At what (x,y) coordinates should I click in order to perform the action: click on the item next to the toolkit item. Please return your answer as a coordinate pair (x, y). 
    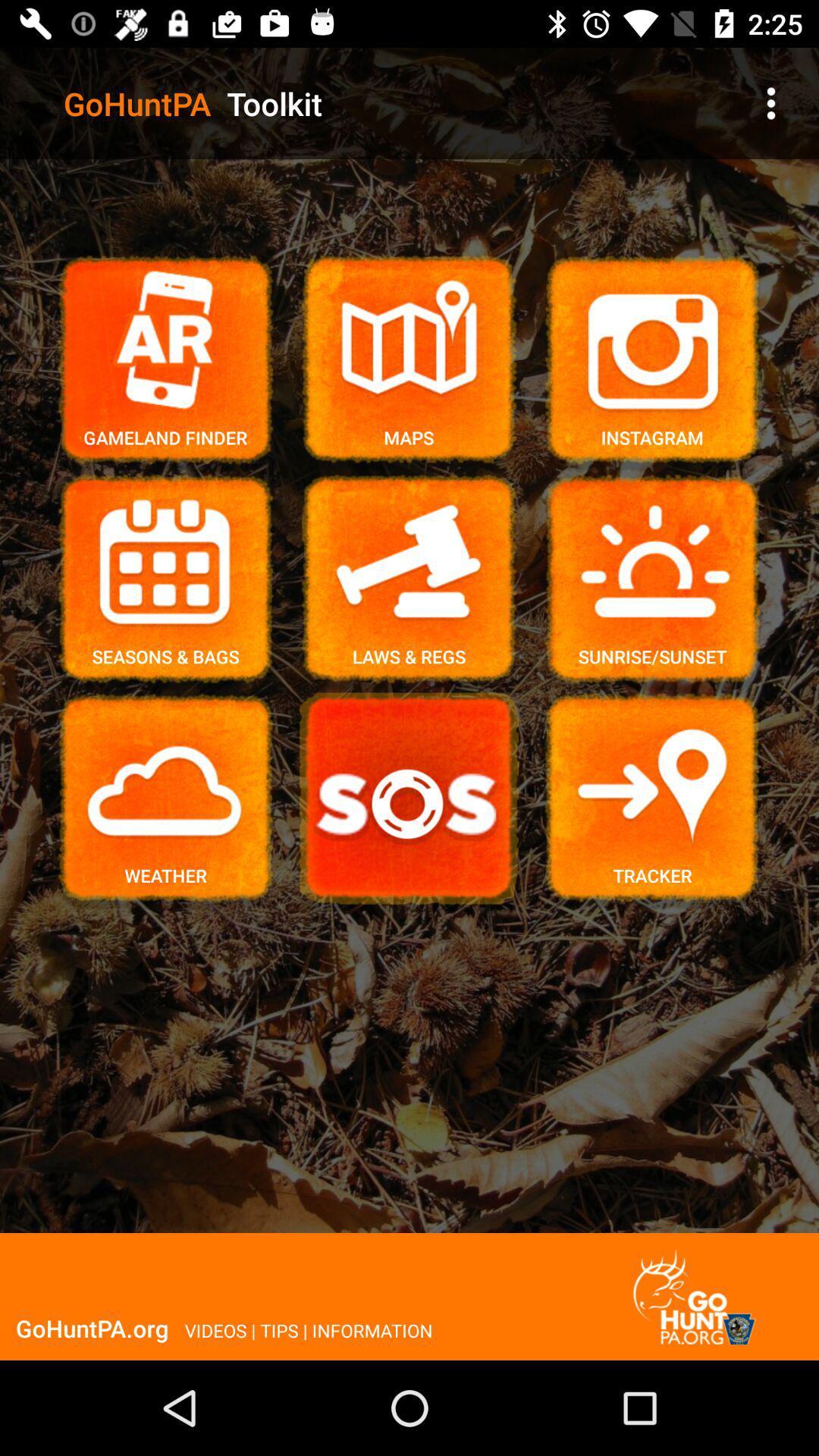
    Looking at the image, I should click on (771, 102).